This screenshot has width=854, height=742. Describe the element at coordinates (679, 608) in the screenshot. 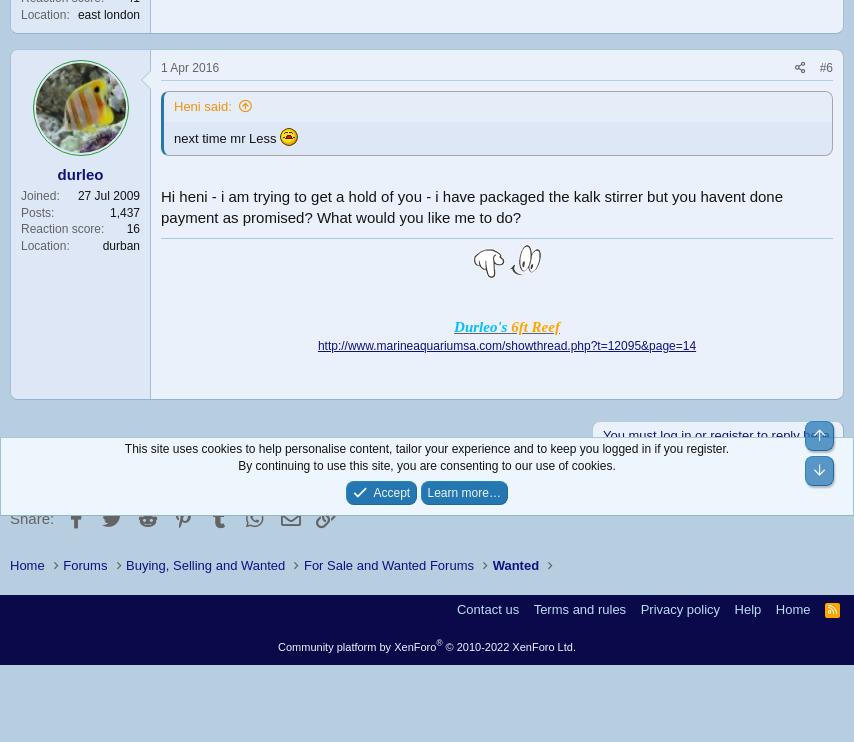

I see `'Privacy policy'` at that location.